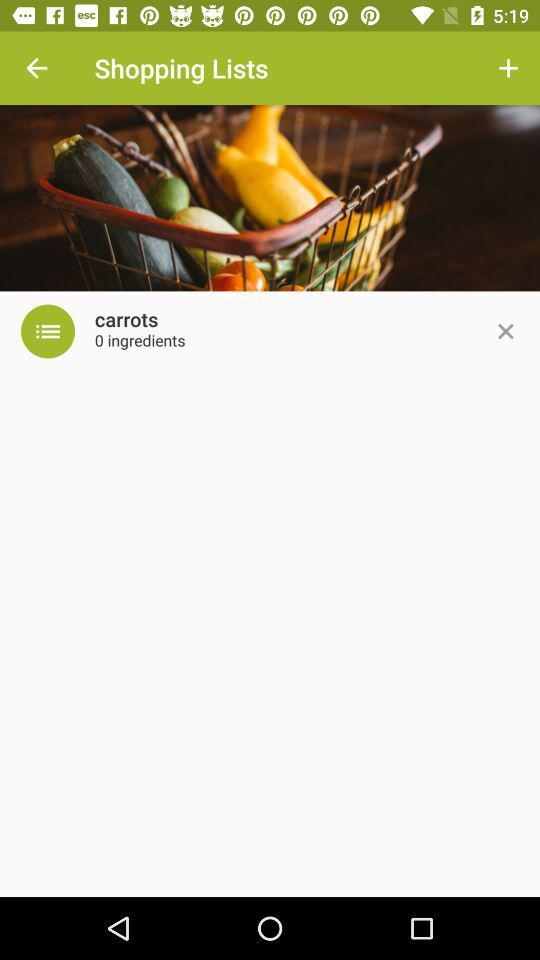 The image size is (540, 960). Describe the element at coordinates (36, 68) in the screenshot. I see `the icon to the left of the shopping lists item` at that location.